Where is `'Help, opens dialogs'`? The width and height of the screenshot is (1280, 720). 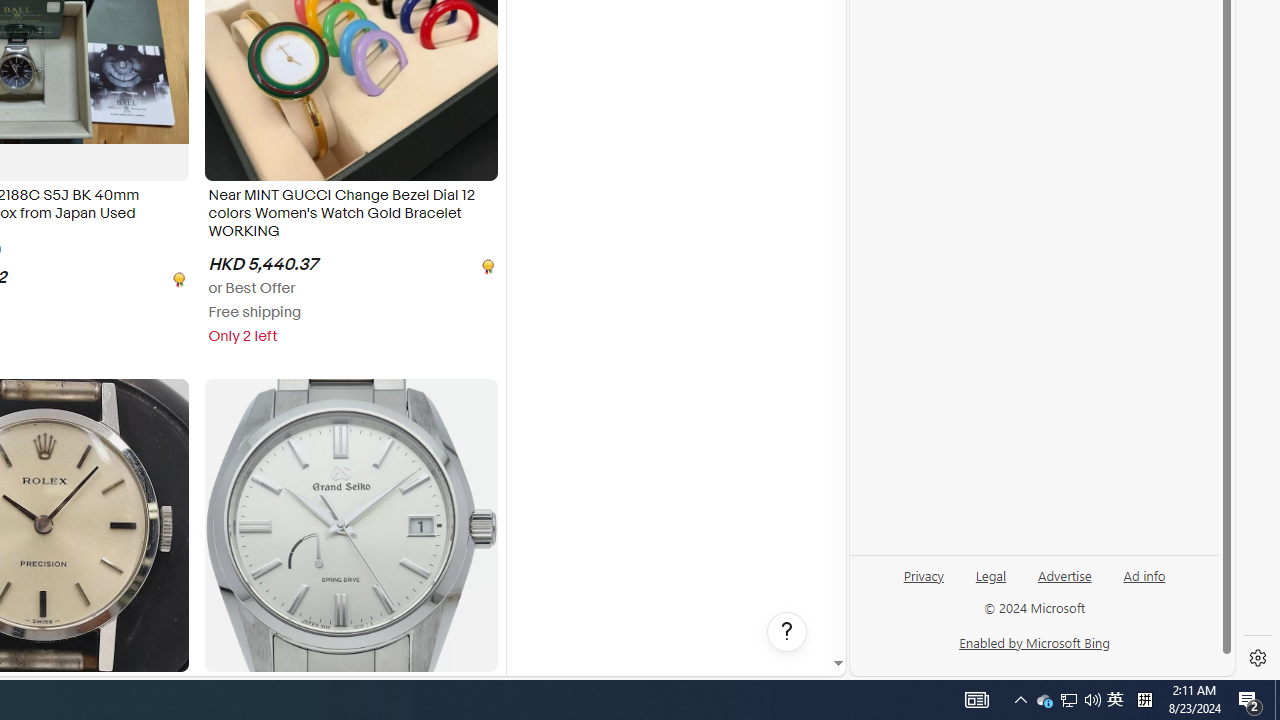
'Help, opens dialogs' is located at coordinates (786, 632).